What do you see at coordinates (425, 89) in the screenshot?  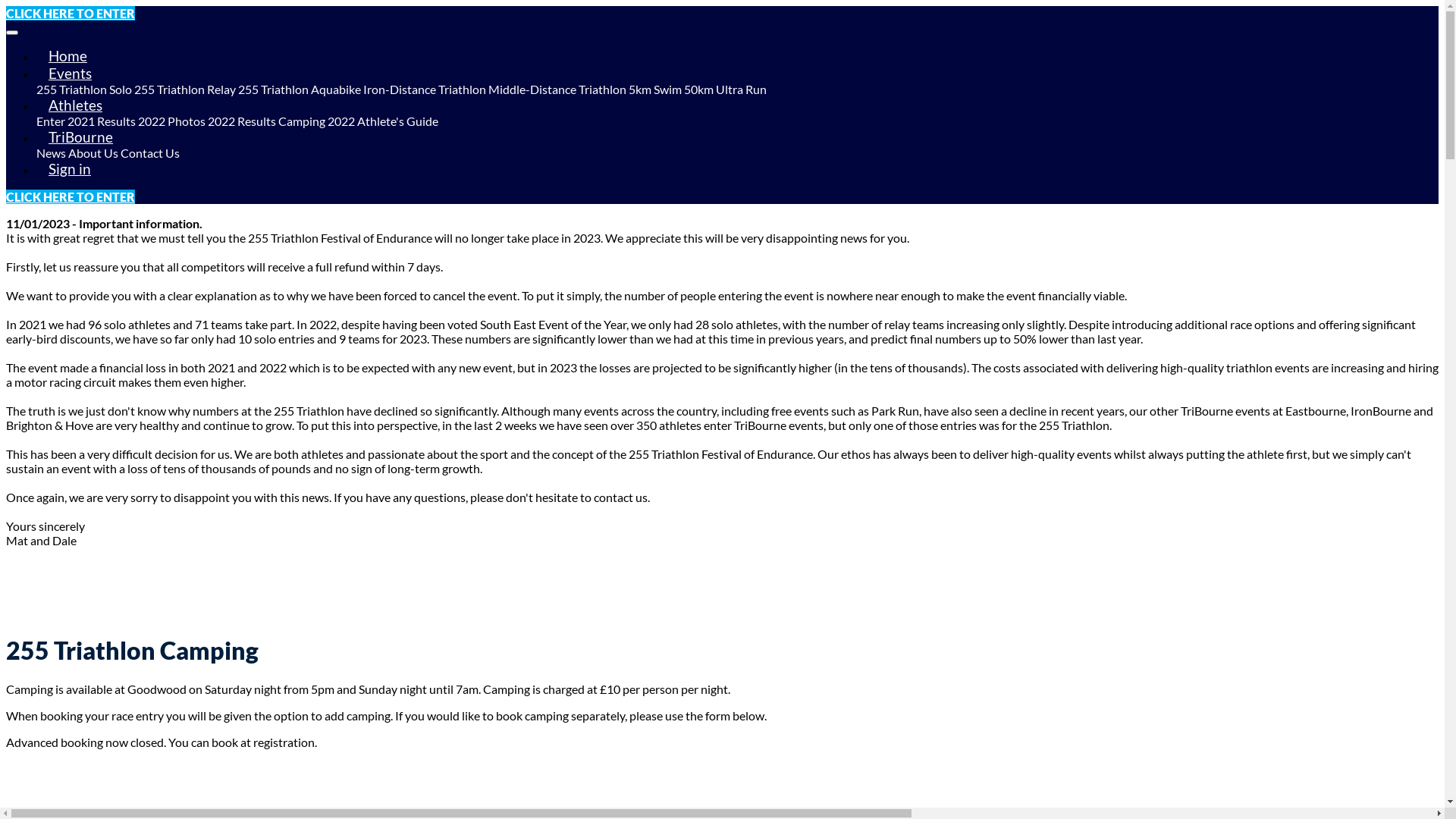 I see `'Iron-Distance Triathlon'` at bounding box center [425, 89].